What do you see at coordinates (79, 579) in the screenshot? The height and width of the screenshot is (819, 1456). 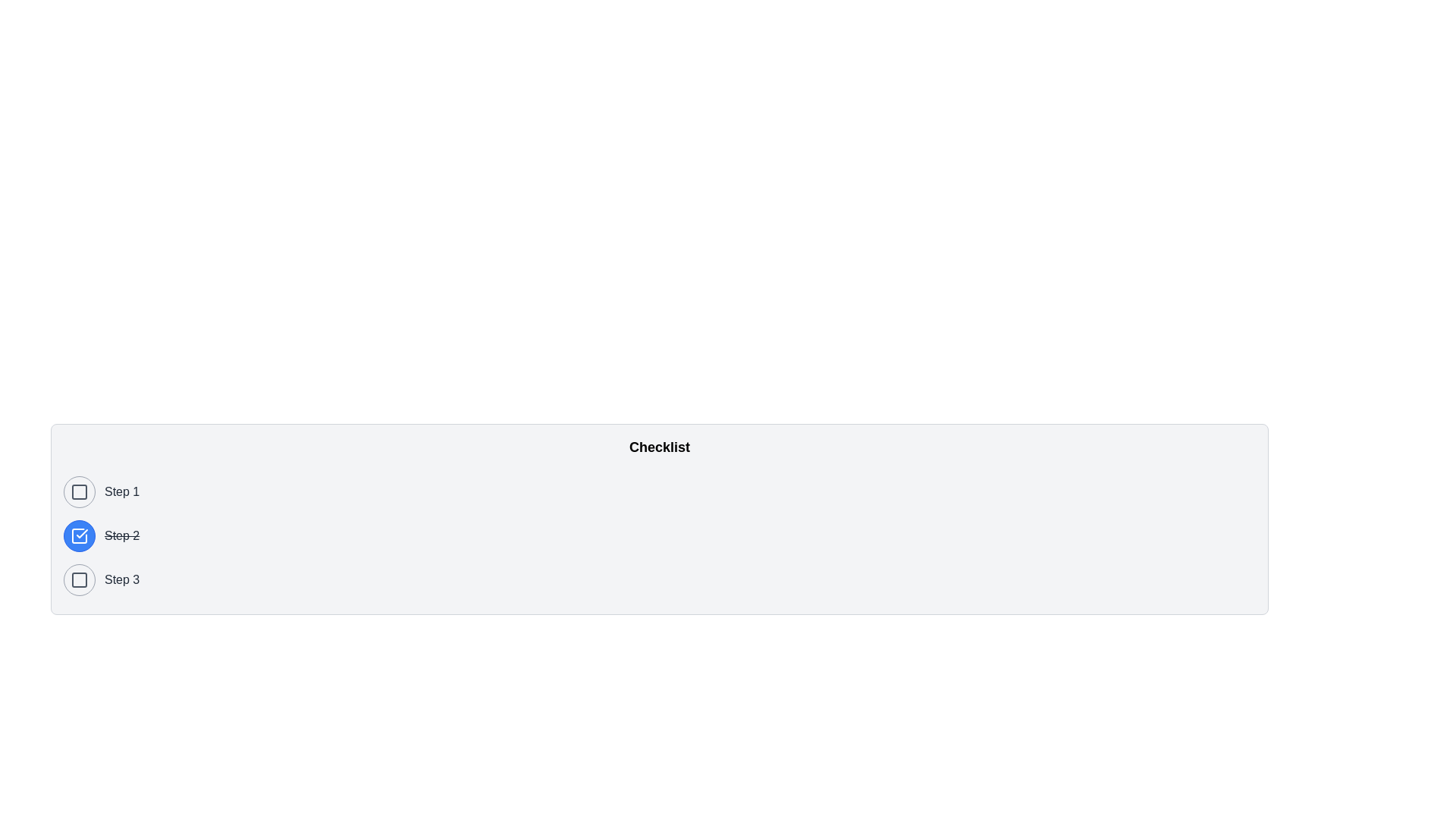 I see `the Checkbox indicator, which is a square icon with a light gray border and a transparent background, located beside the text 'Step 3' in the vertical checklist` at bounding box center [79, 579].